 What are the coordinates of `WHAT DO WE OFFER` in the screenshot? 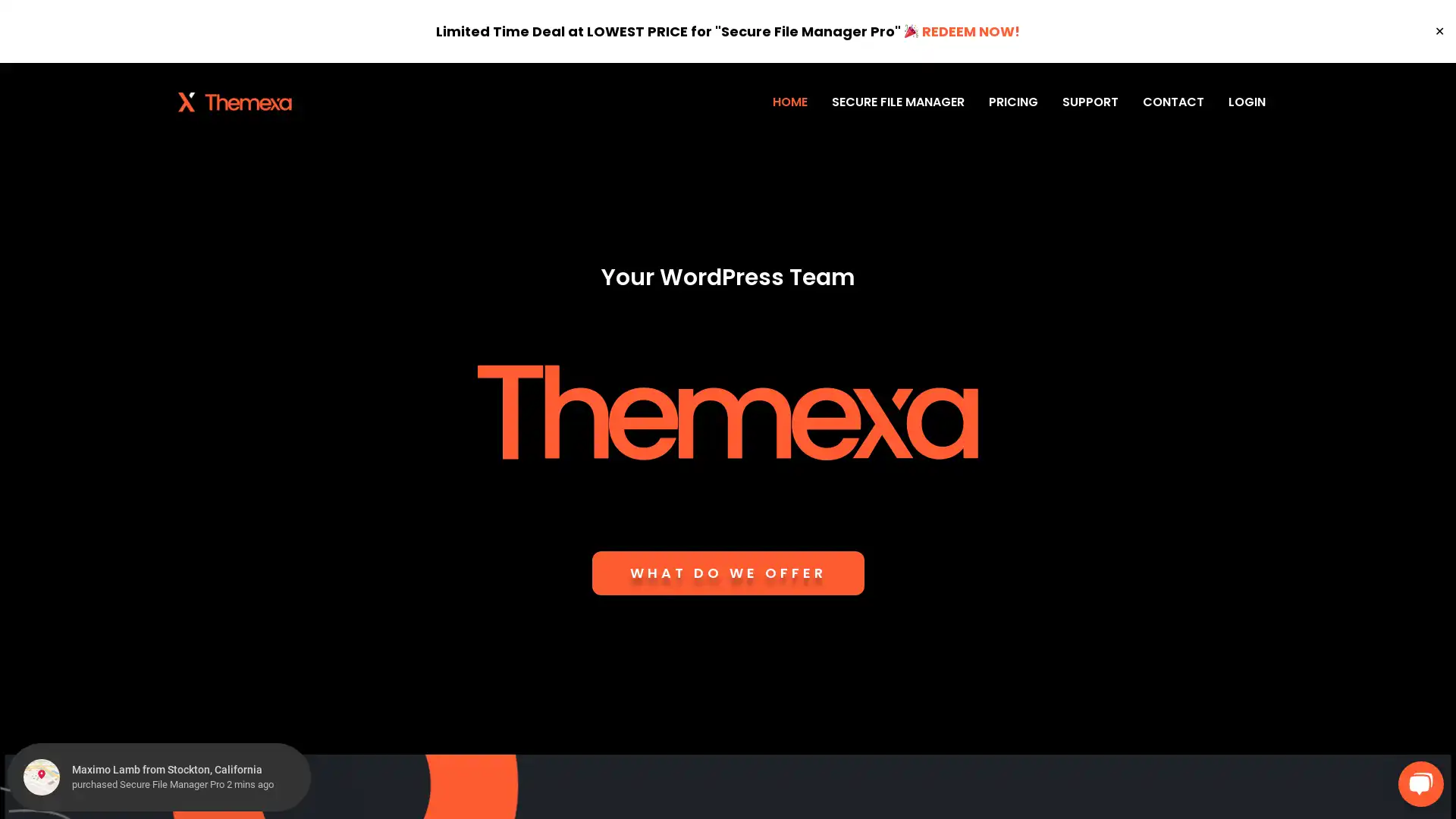 It's located at (726, 573).